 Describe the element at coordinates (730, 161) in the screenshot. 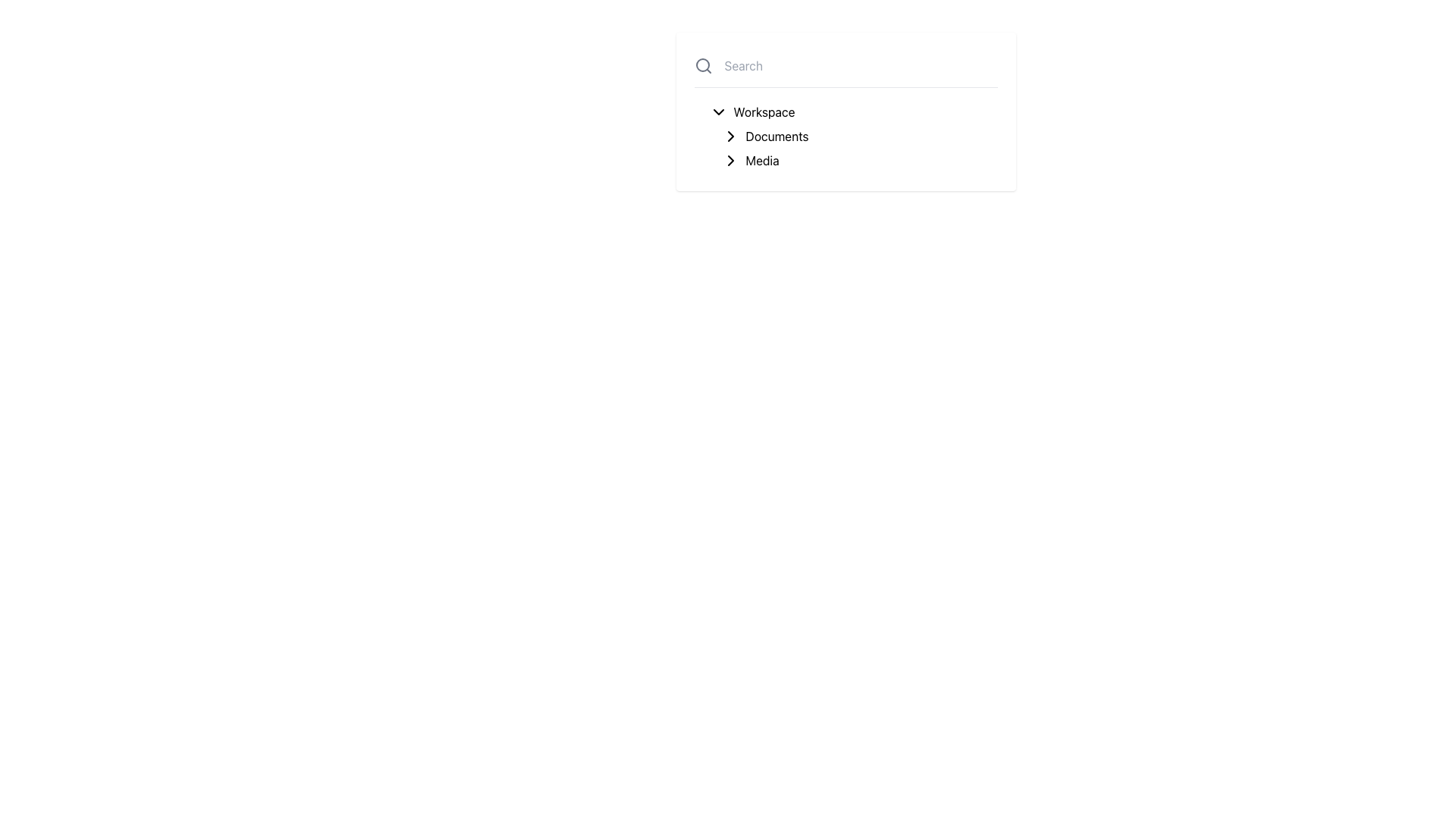

I see `the right arrow icon located in the dropdown list under the 'Workspace' section, positioned directly to the right of the 'Media' label, to indicate a selection or navigate` at that location.